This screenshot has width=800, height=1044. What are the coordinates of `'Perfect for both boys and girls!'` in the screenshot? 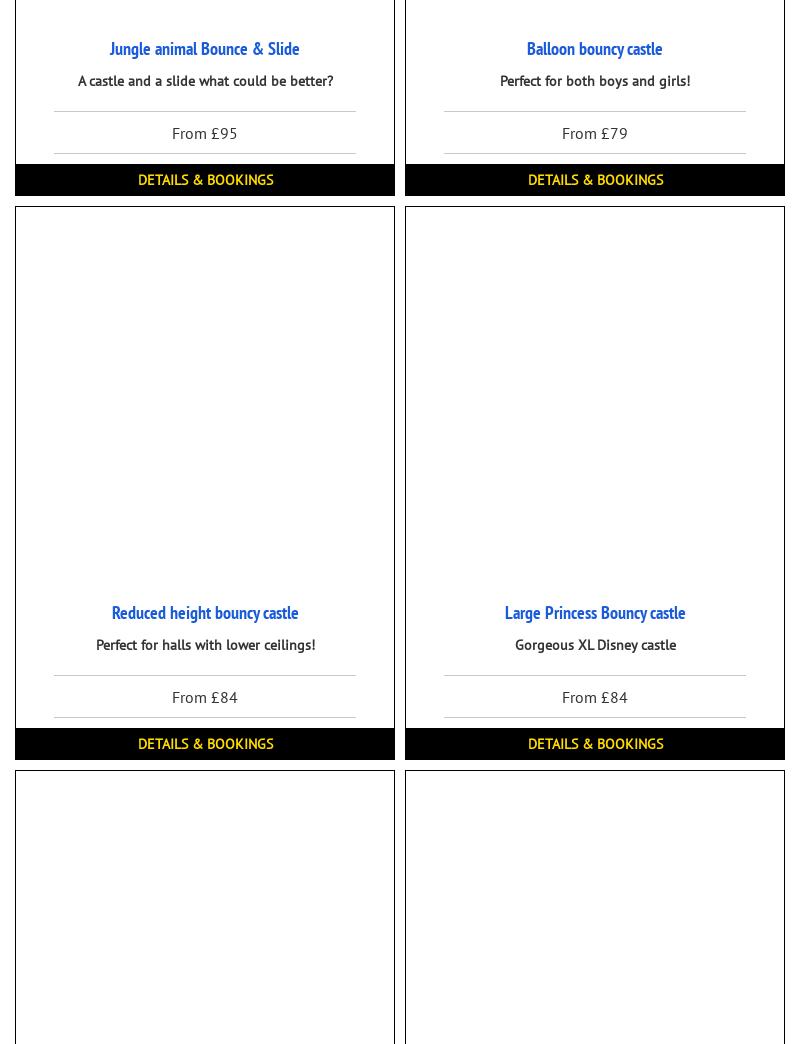 It's located at (594, 81).